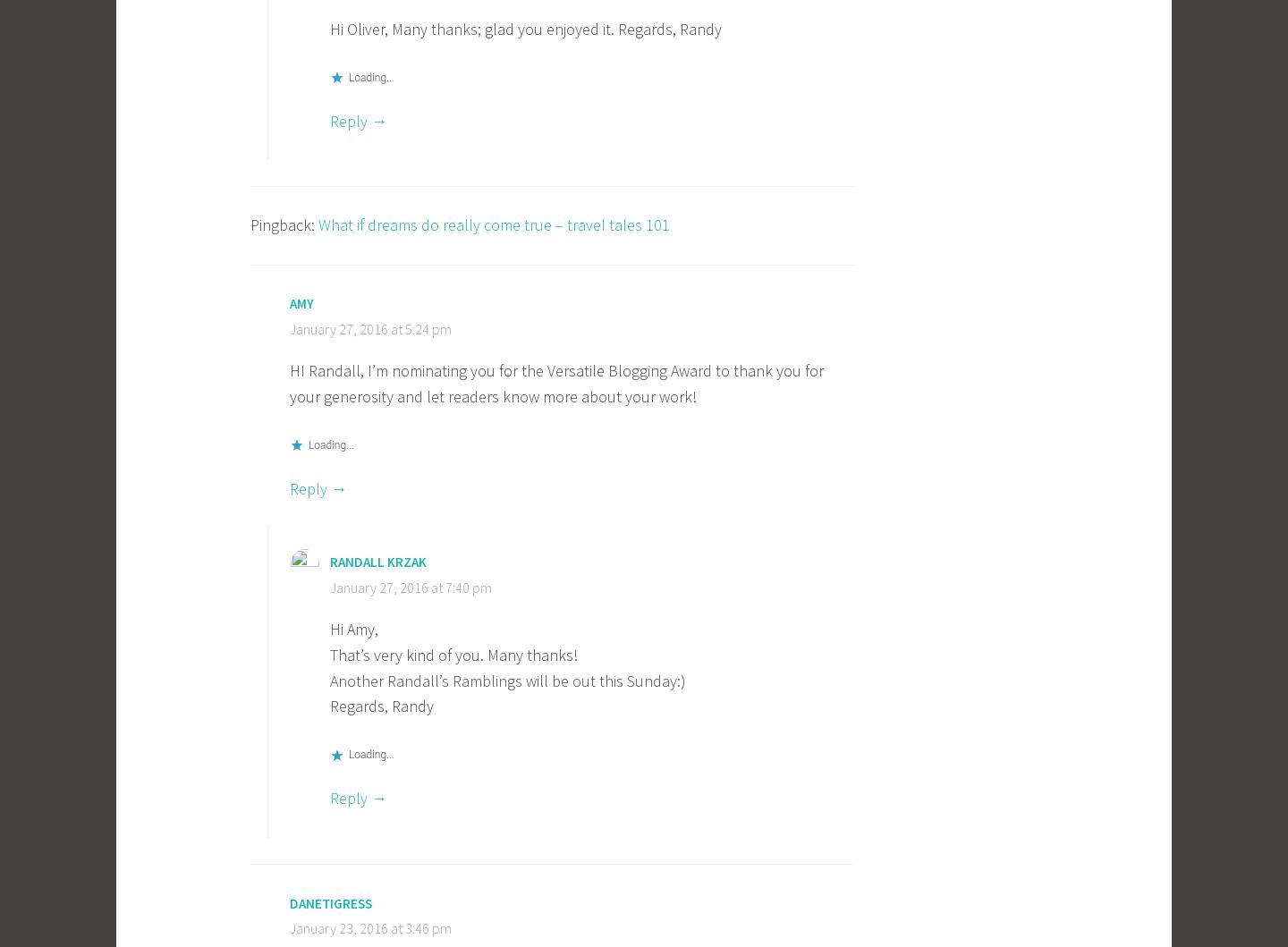 The width and height of the screenshot is (1288, 947). Describe the element at coordinates (301, 302) in the screenshot. I see `'Amy'` at that location.